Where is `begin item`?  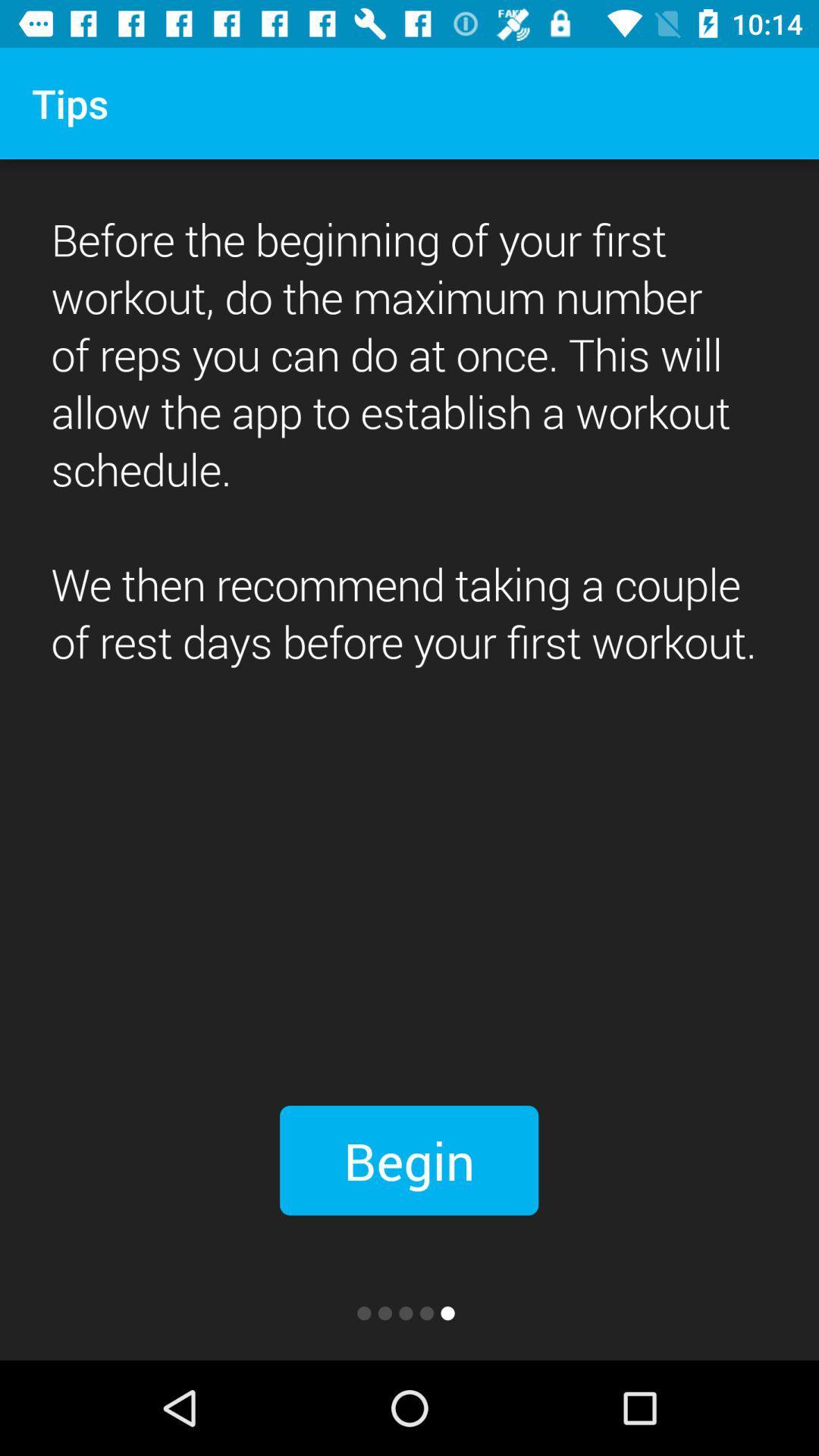 begin item is located at coordinates (408, 1159).